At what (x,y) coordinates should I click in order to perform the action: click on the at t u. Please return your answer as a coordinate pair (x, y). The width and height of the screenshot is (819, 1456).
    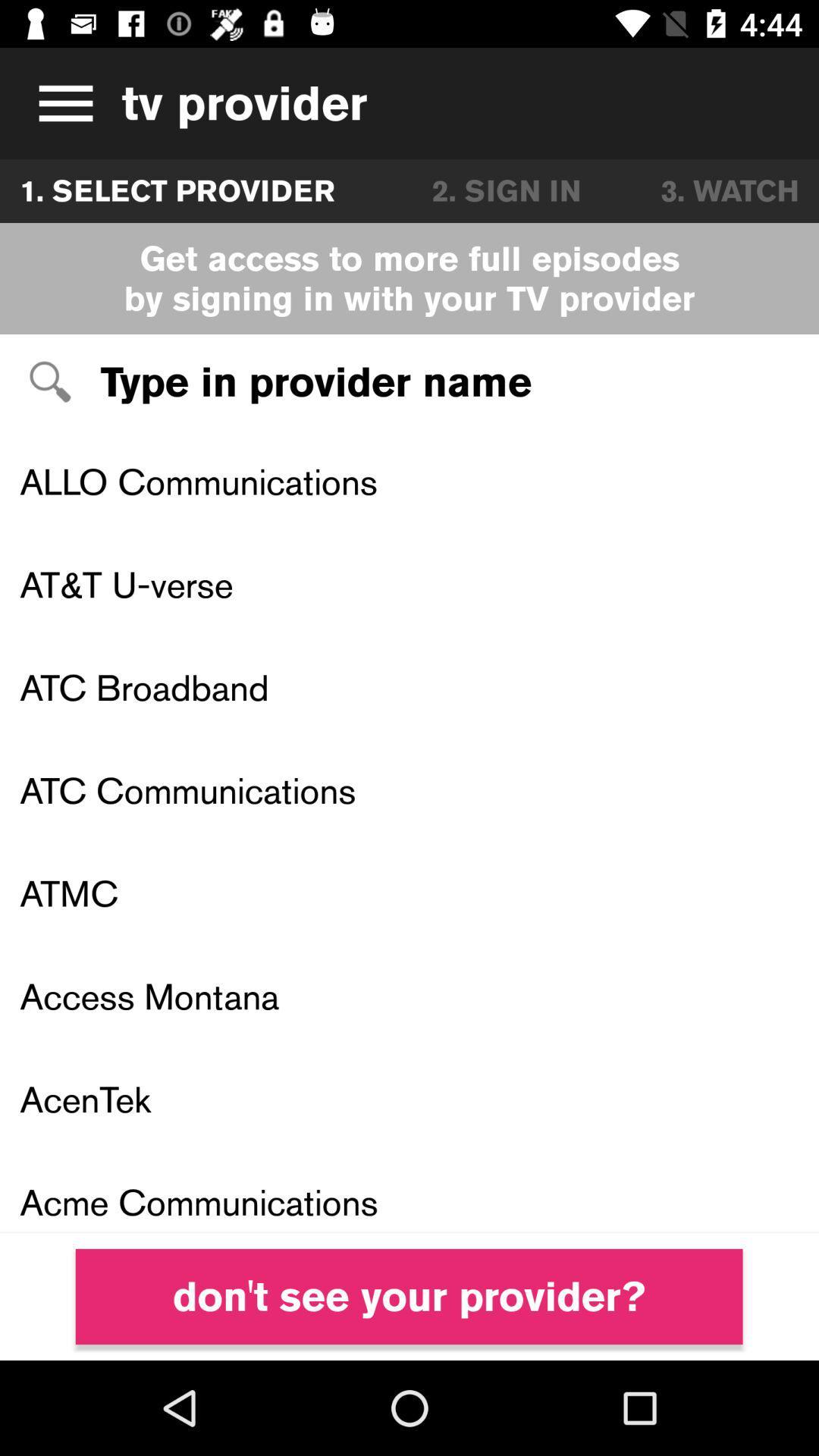
    Looking at the image, I should click on (409, 584).